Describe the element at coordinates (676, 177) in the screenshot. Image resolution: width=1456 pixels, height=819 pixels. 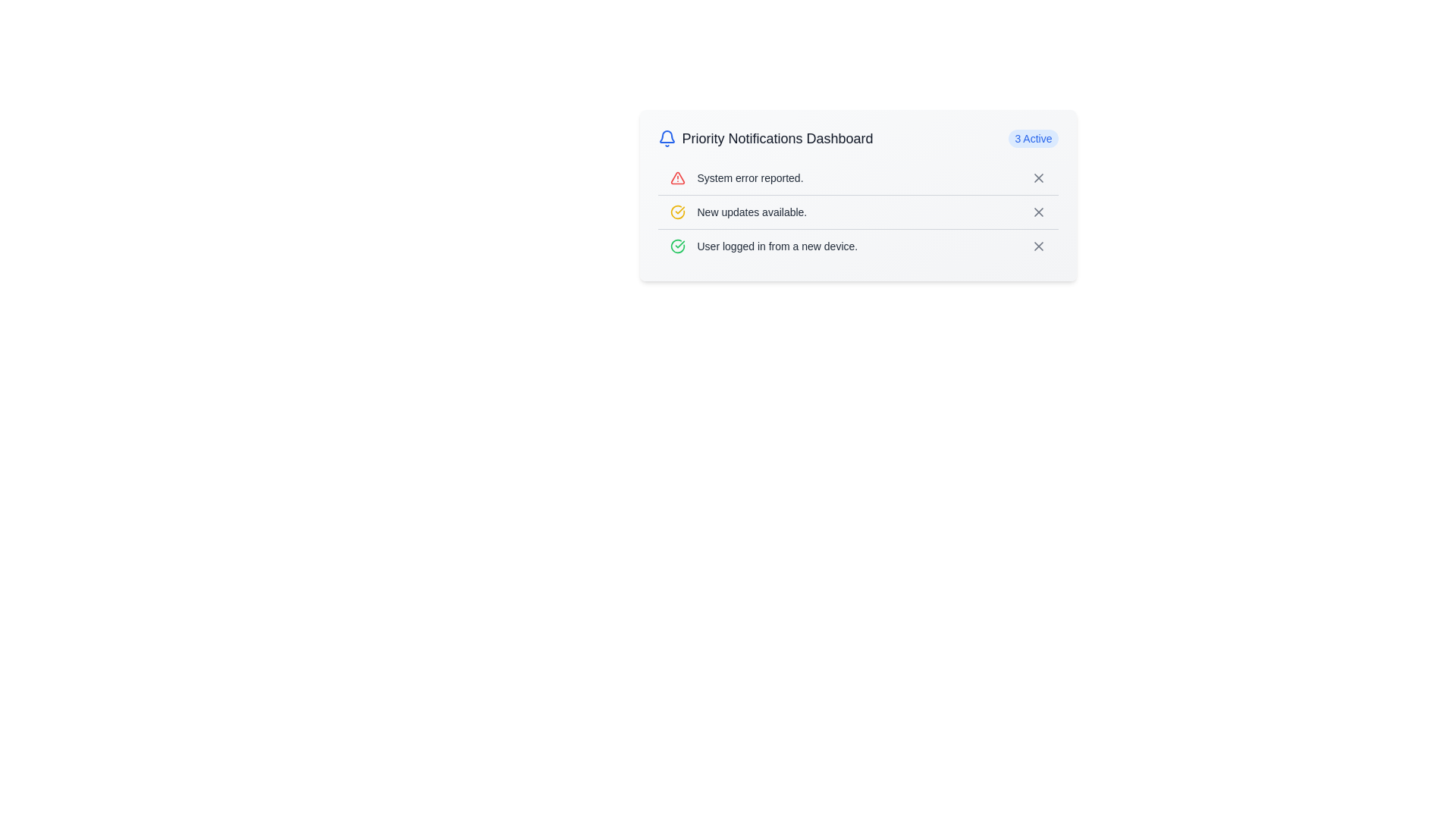
I see `the alert icon located at the far left of the first row in the notification list, which indicates a critical error and is positioned before the text 'System error reported.'` at that location.